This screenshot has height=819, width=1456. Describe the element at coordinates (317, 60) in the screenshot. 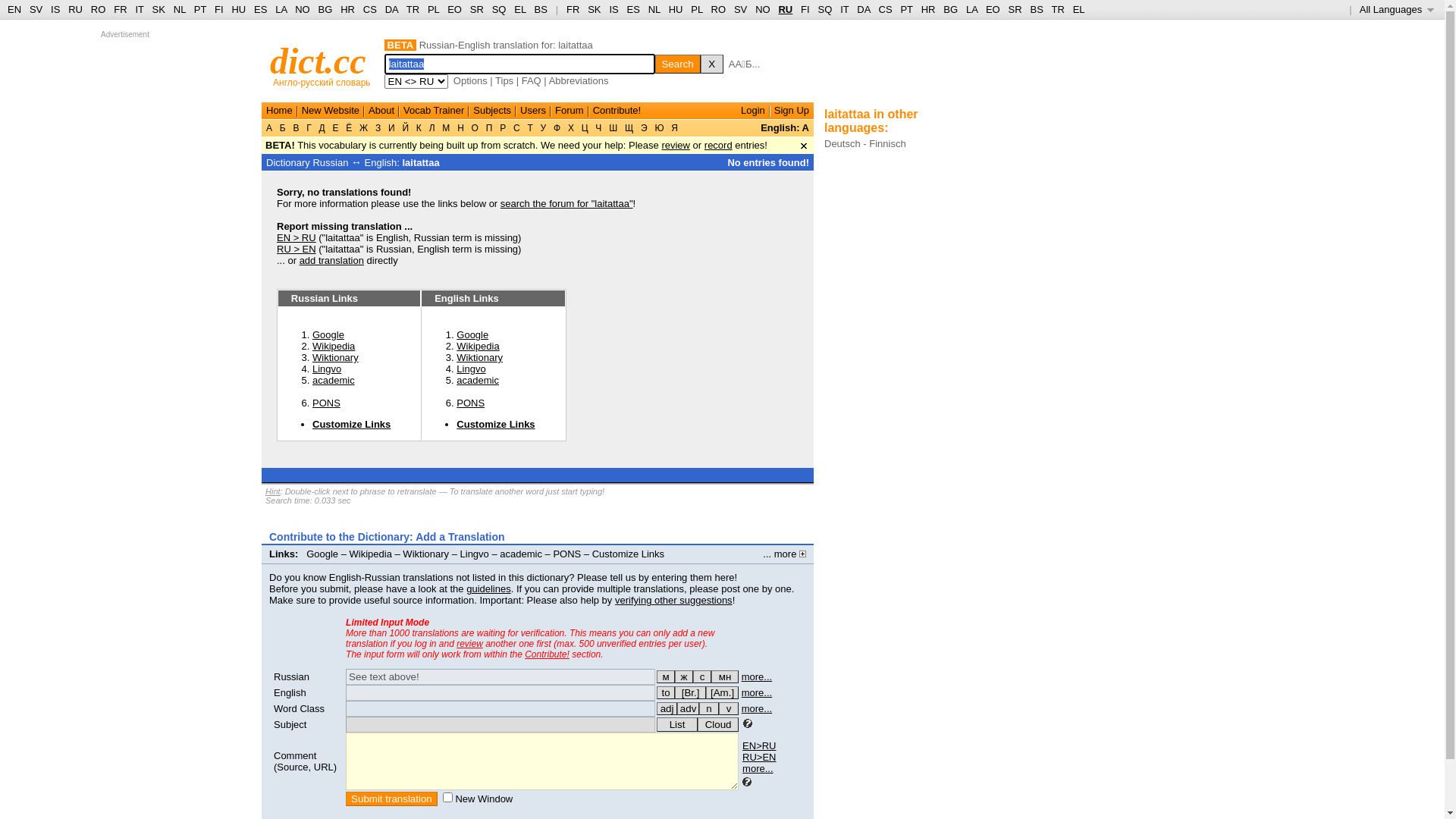

I see `'dict.cc'` at that location.